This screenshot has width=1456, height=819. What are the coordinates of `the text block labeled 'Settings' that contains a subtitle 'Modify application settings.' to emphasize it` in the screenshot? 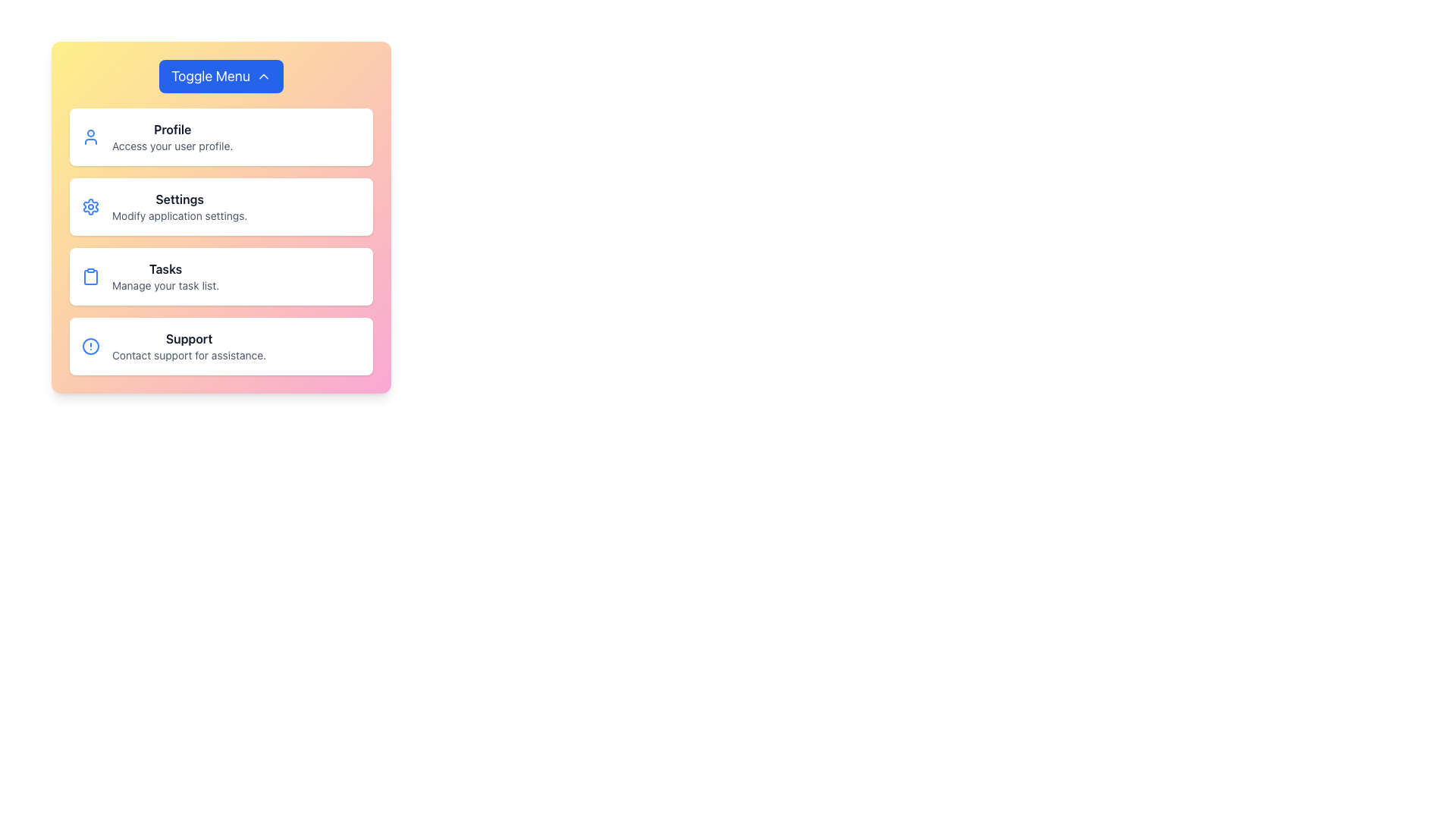 It's located at (180, 207).